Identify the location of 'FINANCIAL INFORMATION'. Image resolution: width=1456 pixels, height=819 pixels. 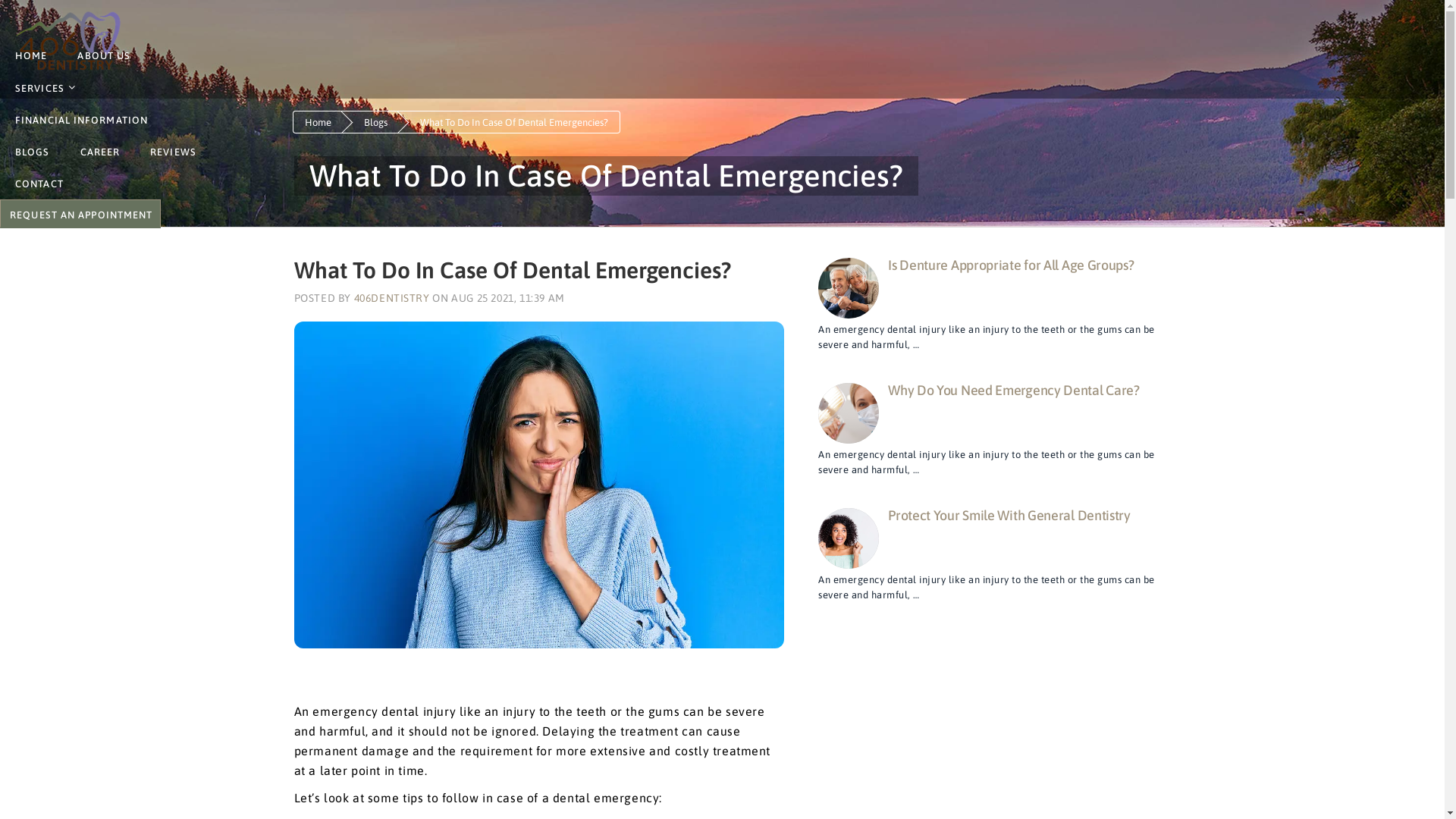
(80, 119).